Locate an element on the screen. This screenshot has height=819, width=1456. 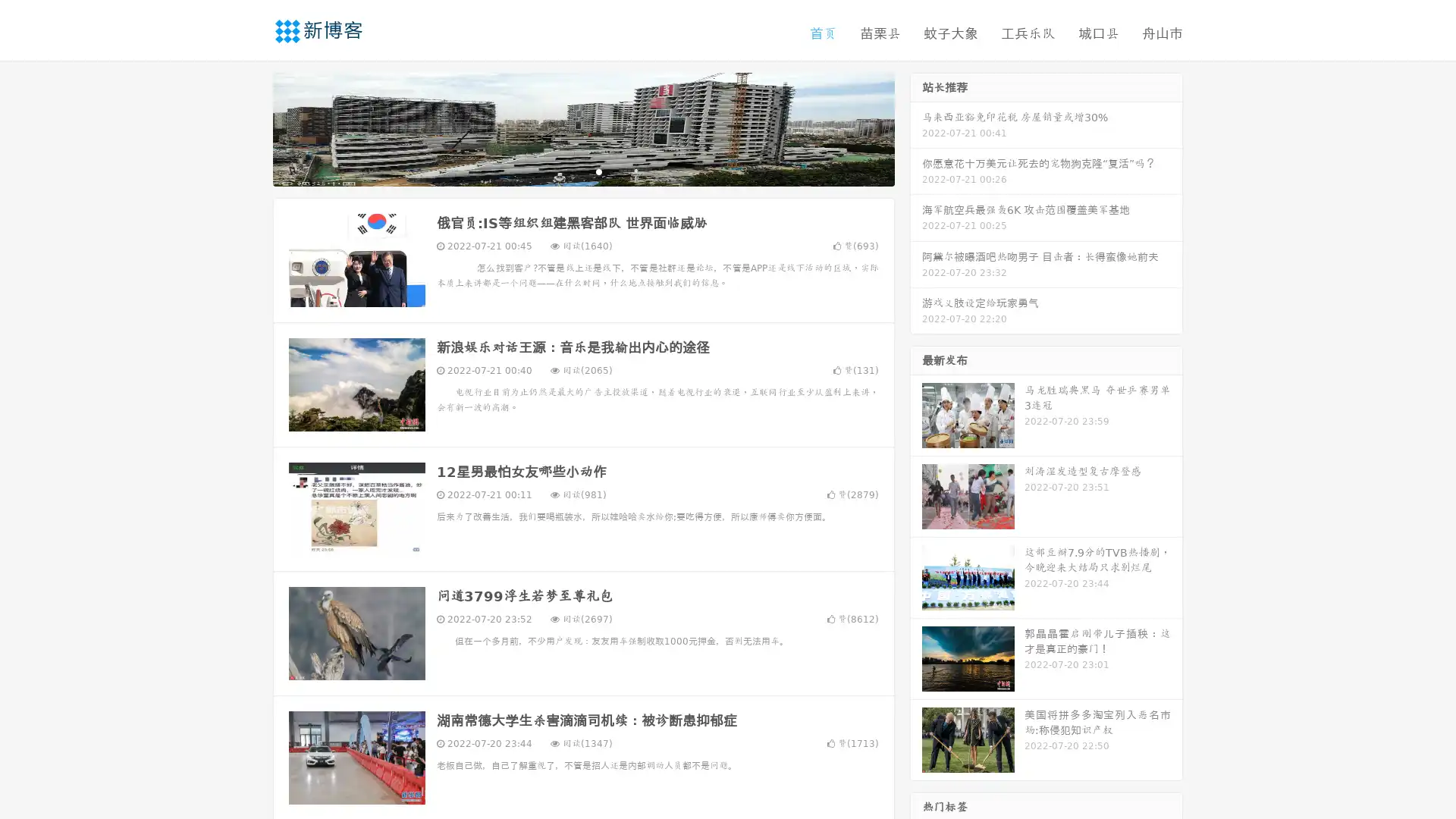
Next slide is located at coordinates (916, 127).